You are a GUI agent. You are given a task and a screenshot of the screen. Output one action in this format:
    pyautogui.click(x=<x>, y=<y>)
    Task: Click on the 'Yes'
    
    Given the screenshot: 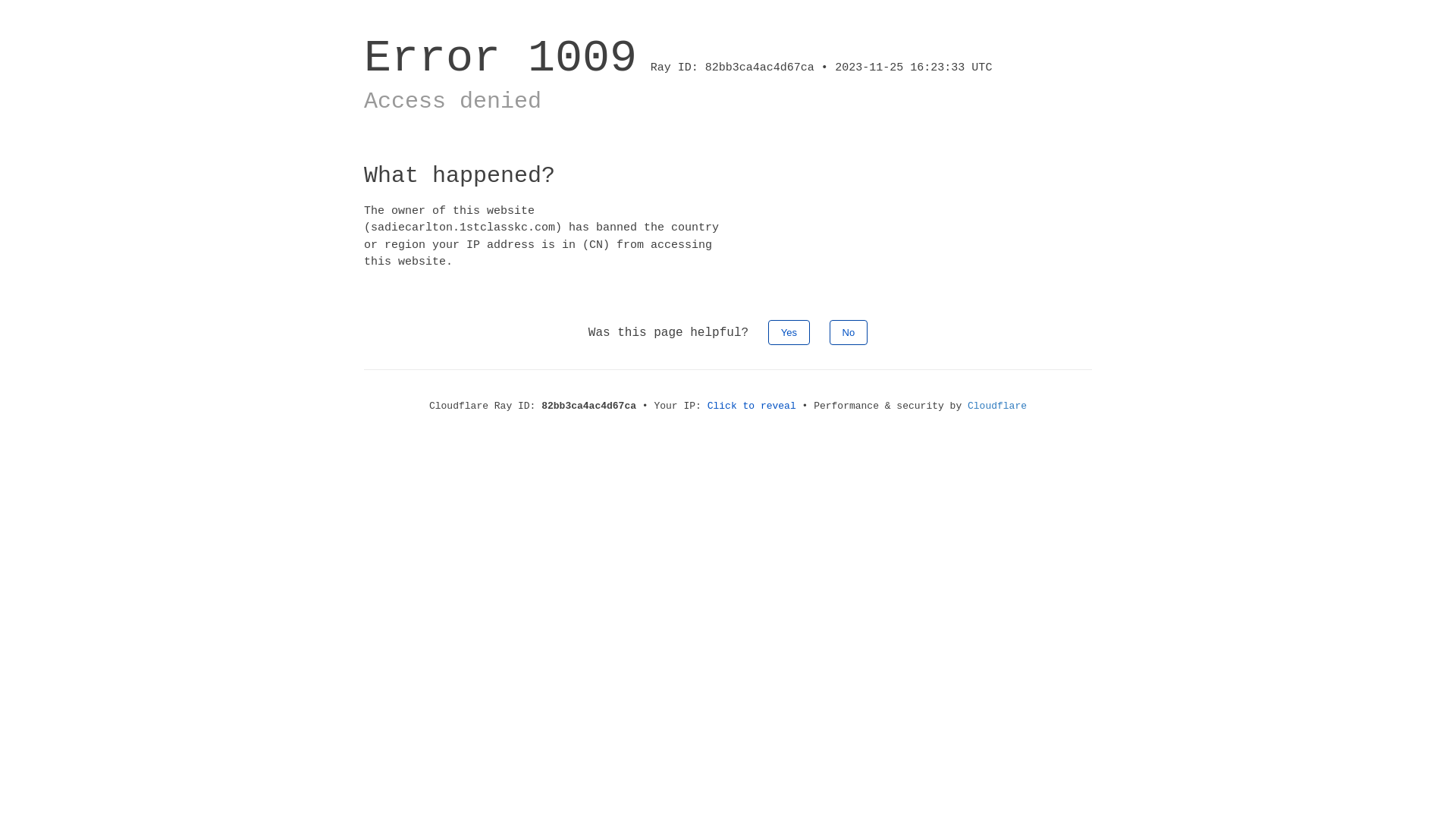 What is the action you would take?
    pyautogui.click(x=789, y=331)
    